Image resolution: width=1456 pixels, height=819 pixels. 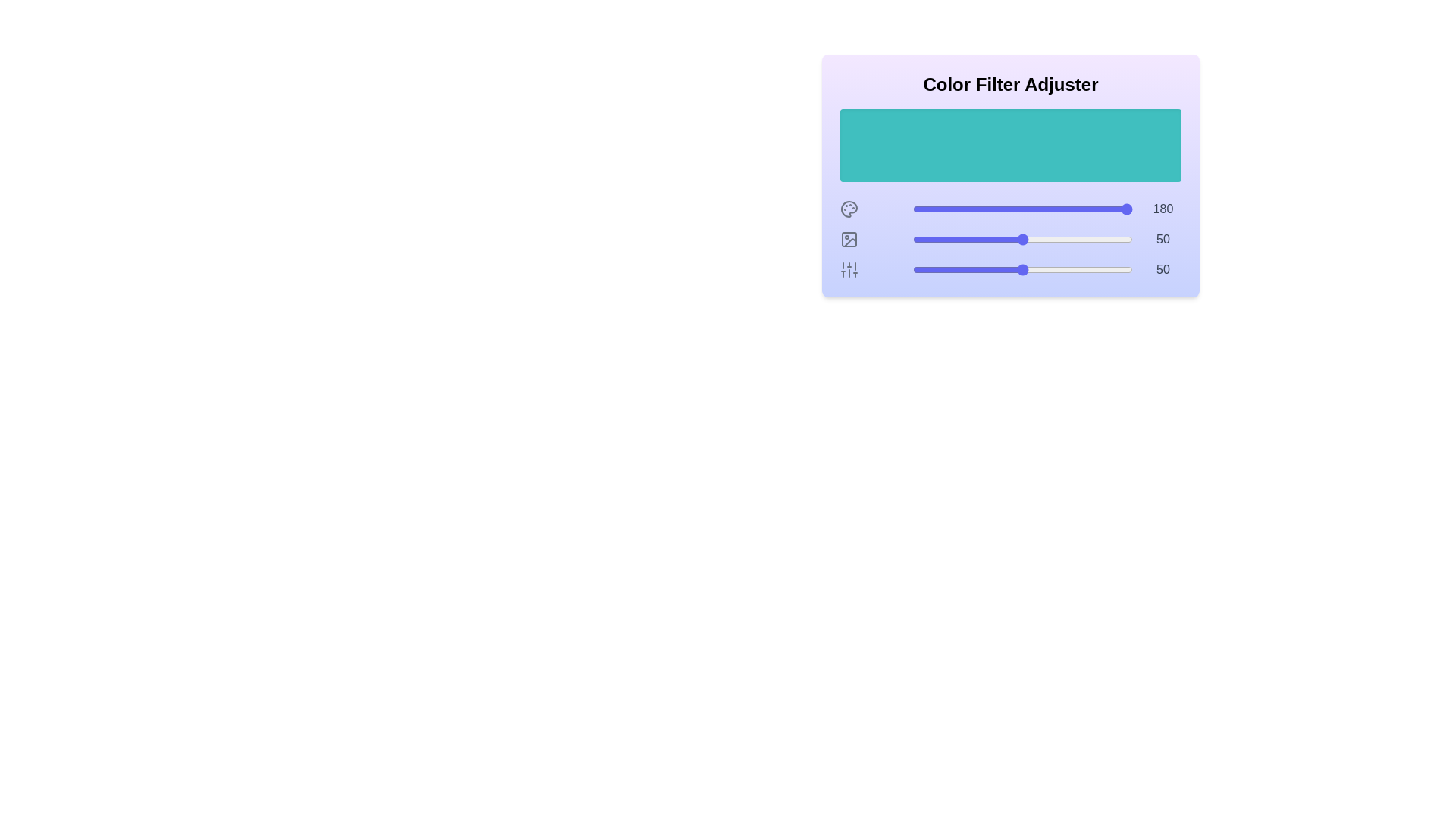 What do you see at coordinates (1012, 239) in the screenshot?
I see `the saturation slider to set the saturation to 45%` at bounding box center [1012, 239].